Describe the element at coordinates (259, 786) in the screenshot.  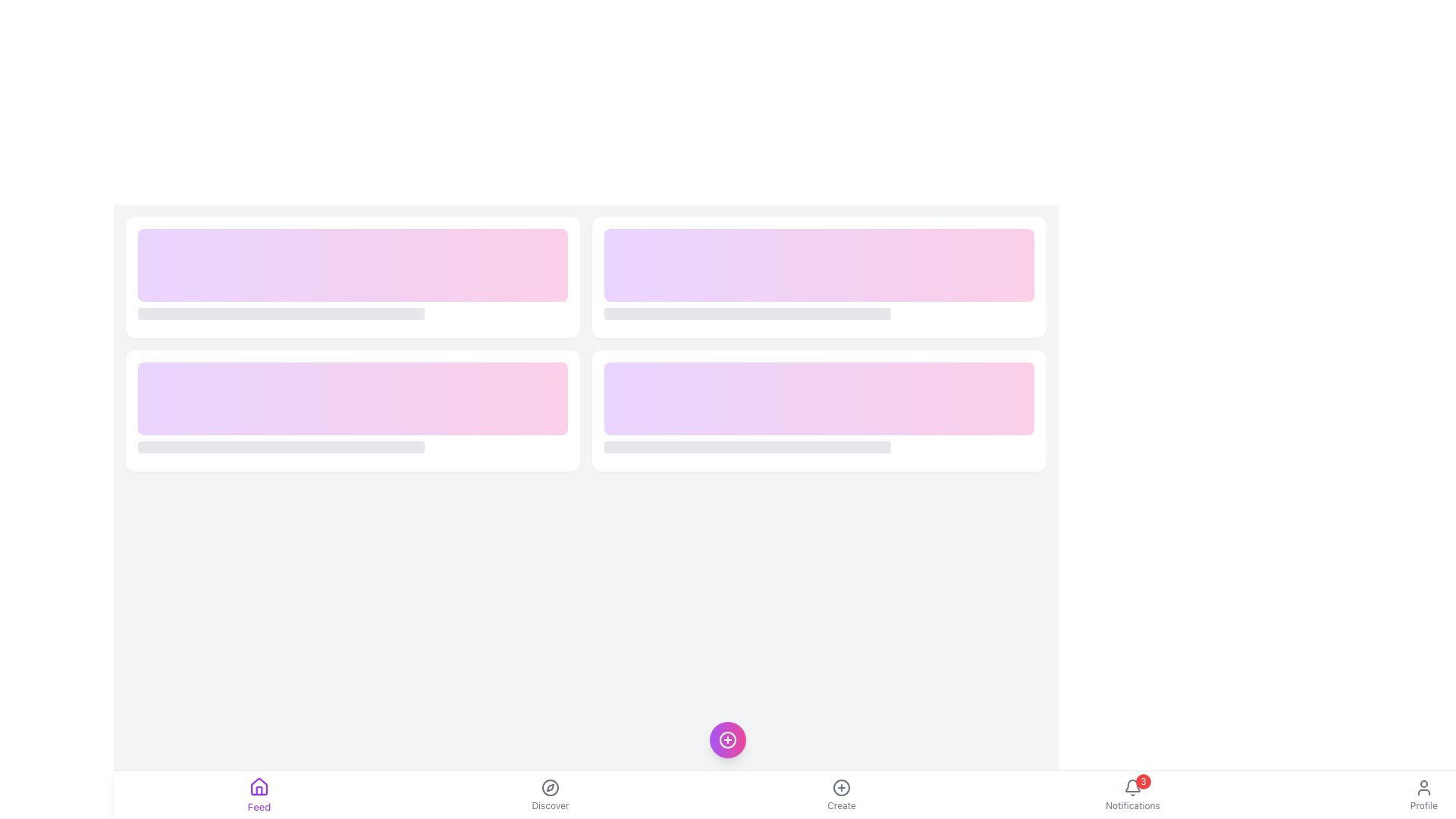
I see `the house-shaped icon with a purple outline in the bottom navigation bar` at that location.